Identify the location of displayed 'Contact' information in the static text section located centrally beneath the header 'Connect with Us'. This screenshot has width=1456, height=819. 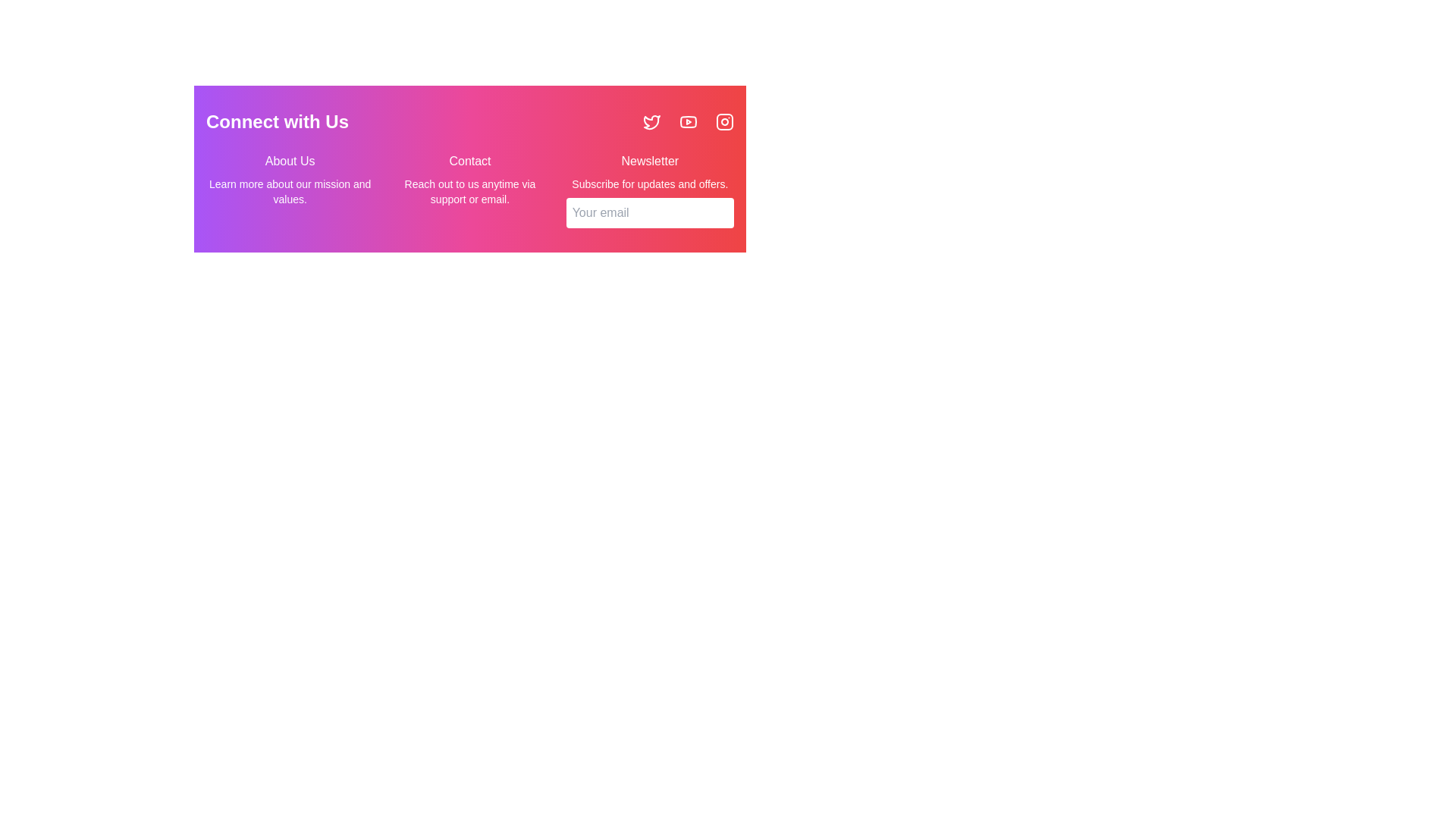
(469, 169).